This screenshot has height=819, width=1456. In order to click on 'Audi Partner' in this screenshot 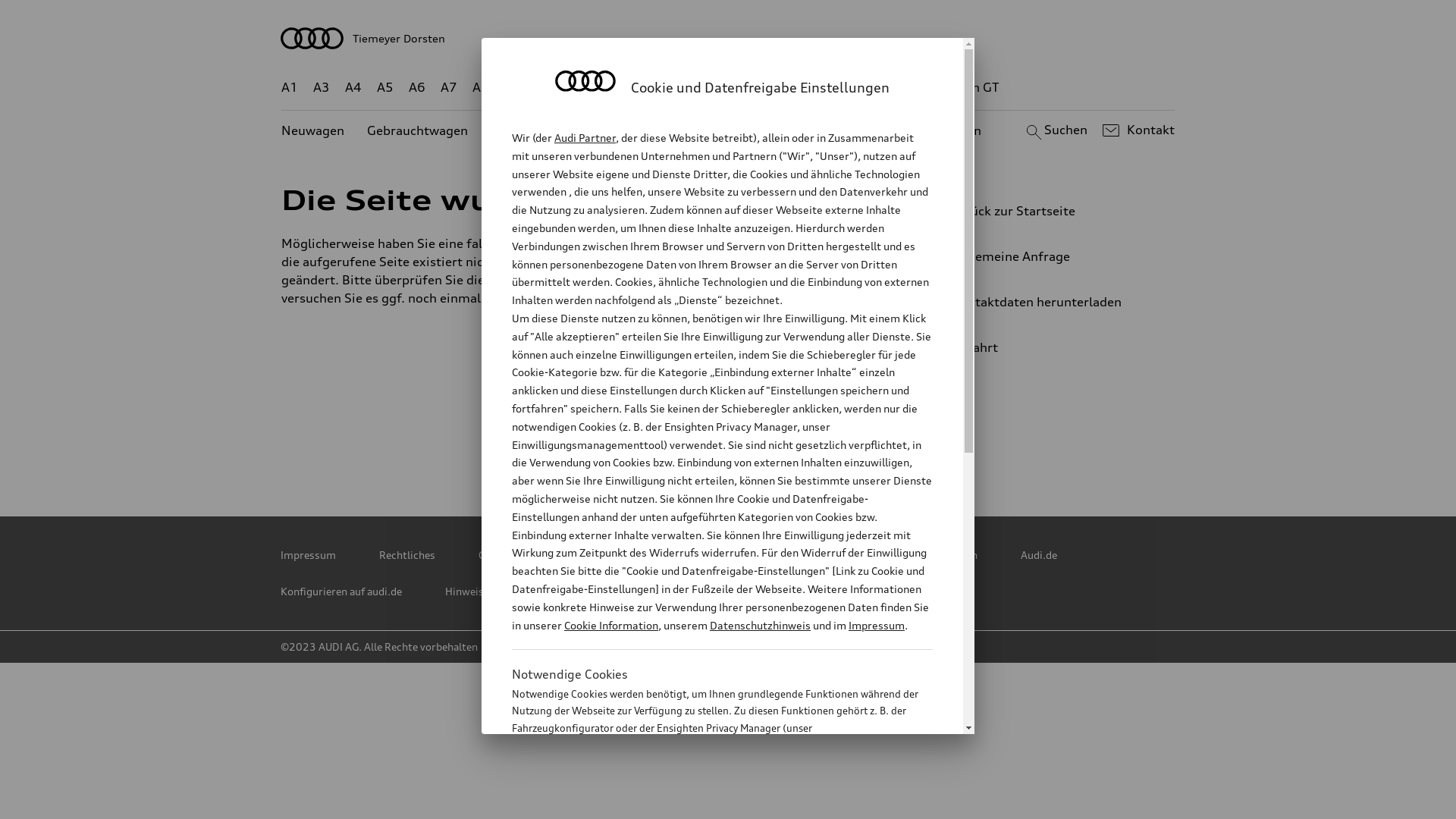, I will do `click(584, 137)`.